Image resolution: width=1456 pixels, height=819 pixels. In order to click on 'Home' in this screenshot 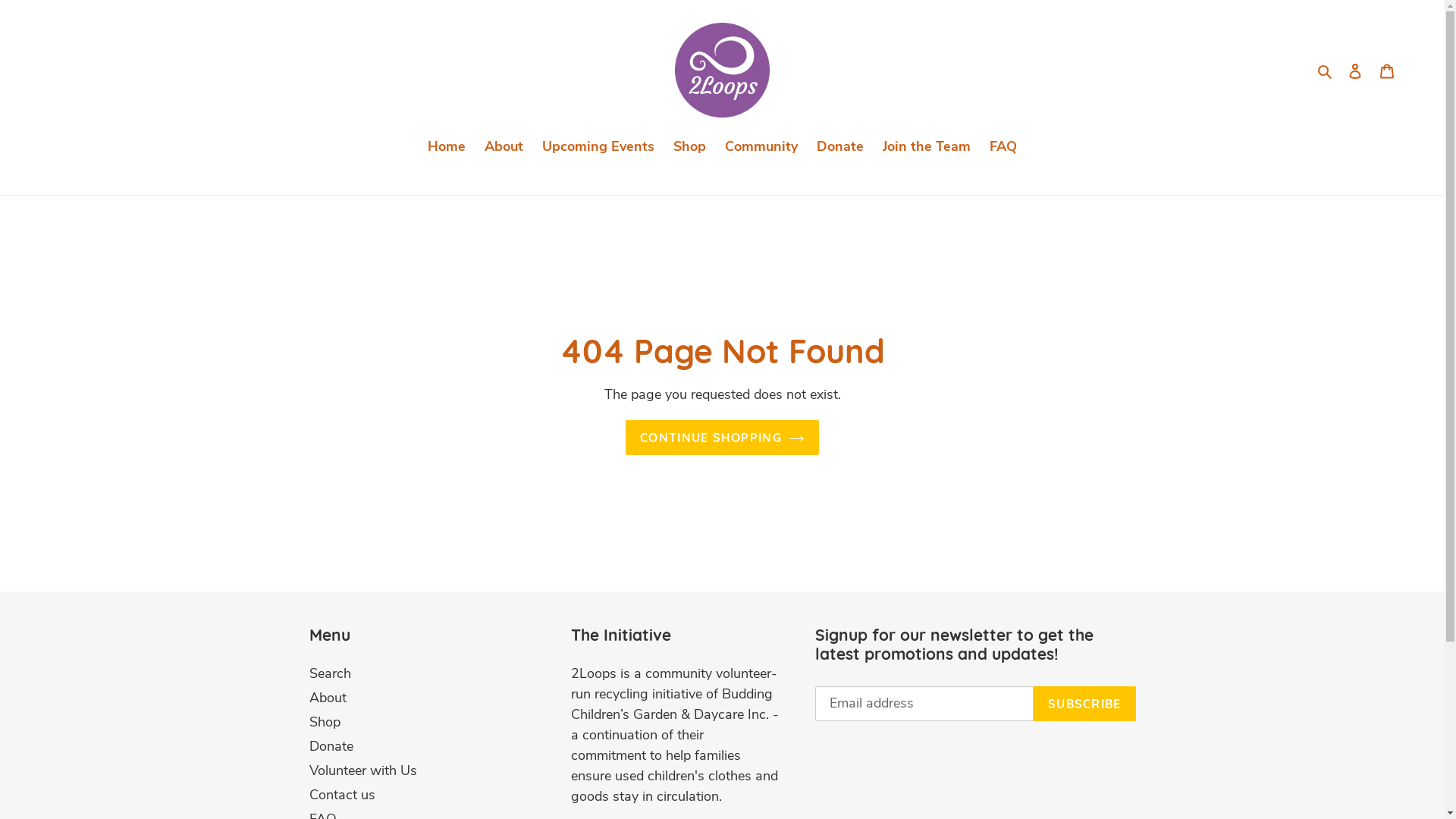, I will do `click(446, 148)`.